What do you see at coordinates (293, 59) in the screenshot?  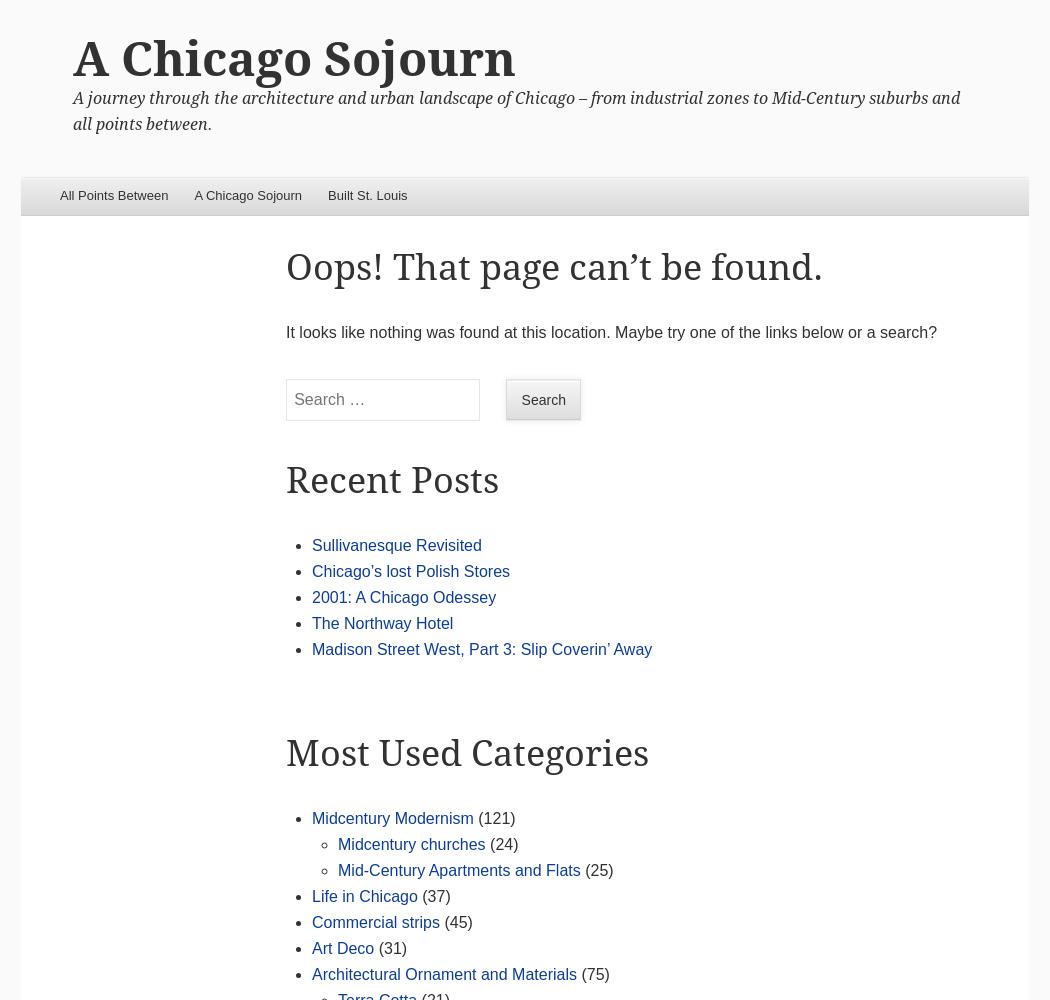 I see `'A Chicago Sojourn'` at bounding box center [293, 59].